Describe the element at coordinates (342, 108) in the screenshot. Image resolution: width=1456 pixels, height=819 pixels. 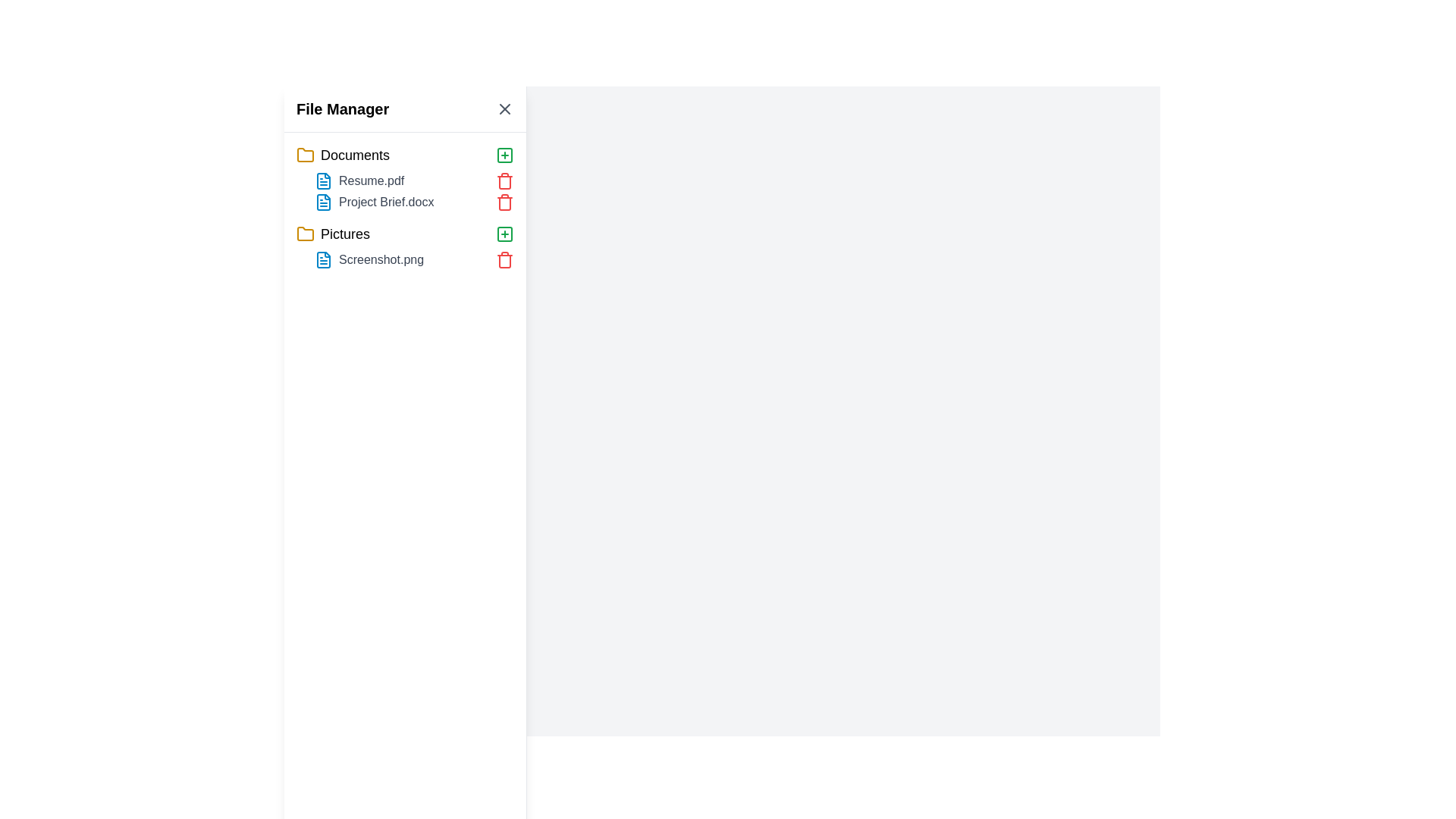
I see `the static text label that serves as the title for the file management interface, located in the top-left corner of the pane` at that location.